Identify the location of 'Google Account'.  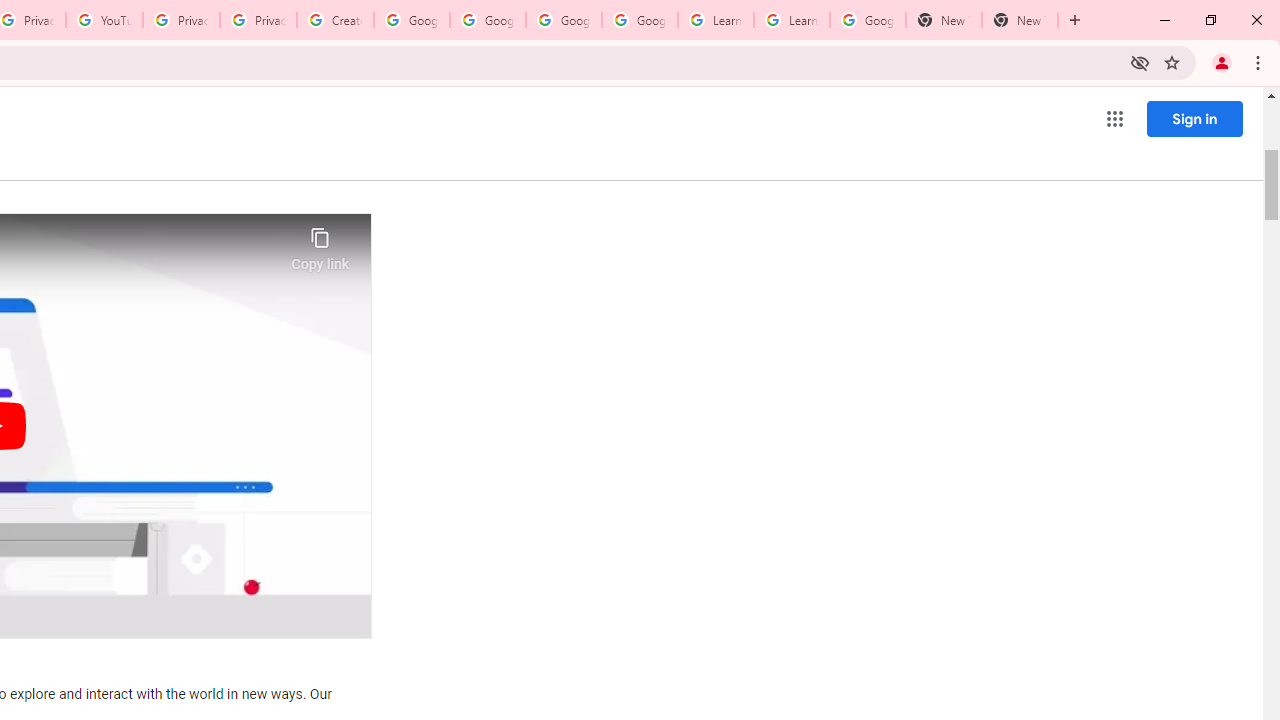
(867, 20).